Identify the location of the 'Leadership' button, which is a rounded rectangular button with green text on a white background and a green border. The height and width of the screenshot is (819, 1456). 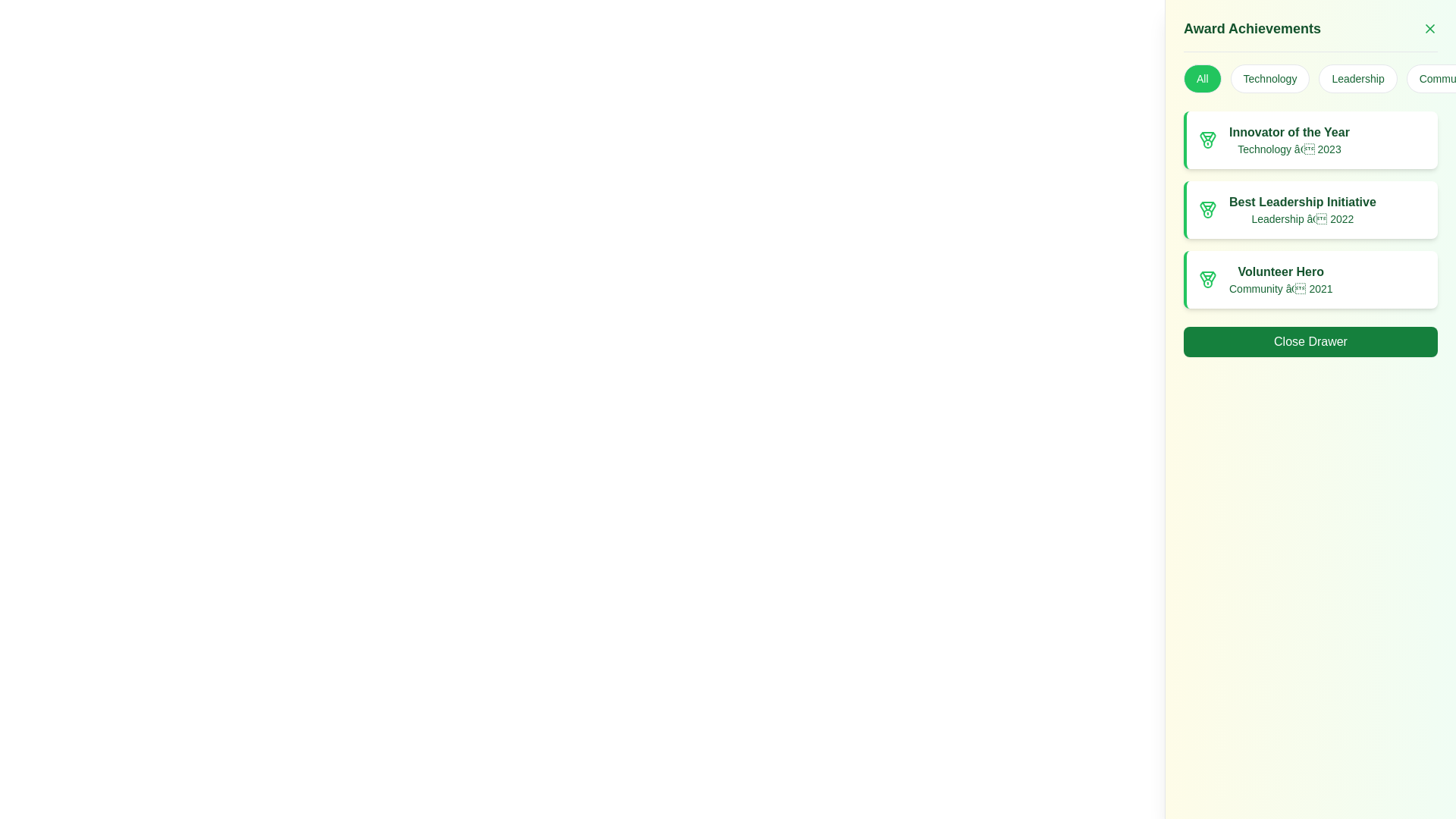
(1357, 79).